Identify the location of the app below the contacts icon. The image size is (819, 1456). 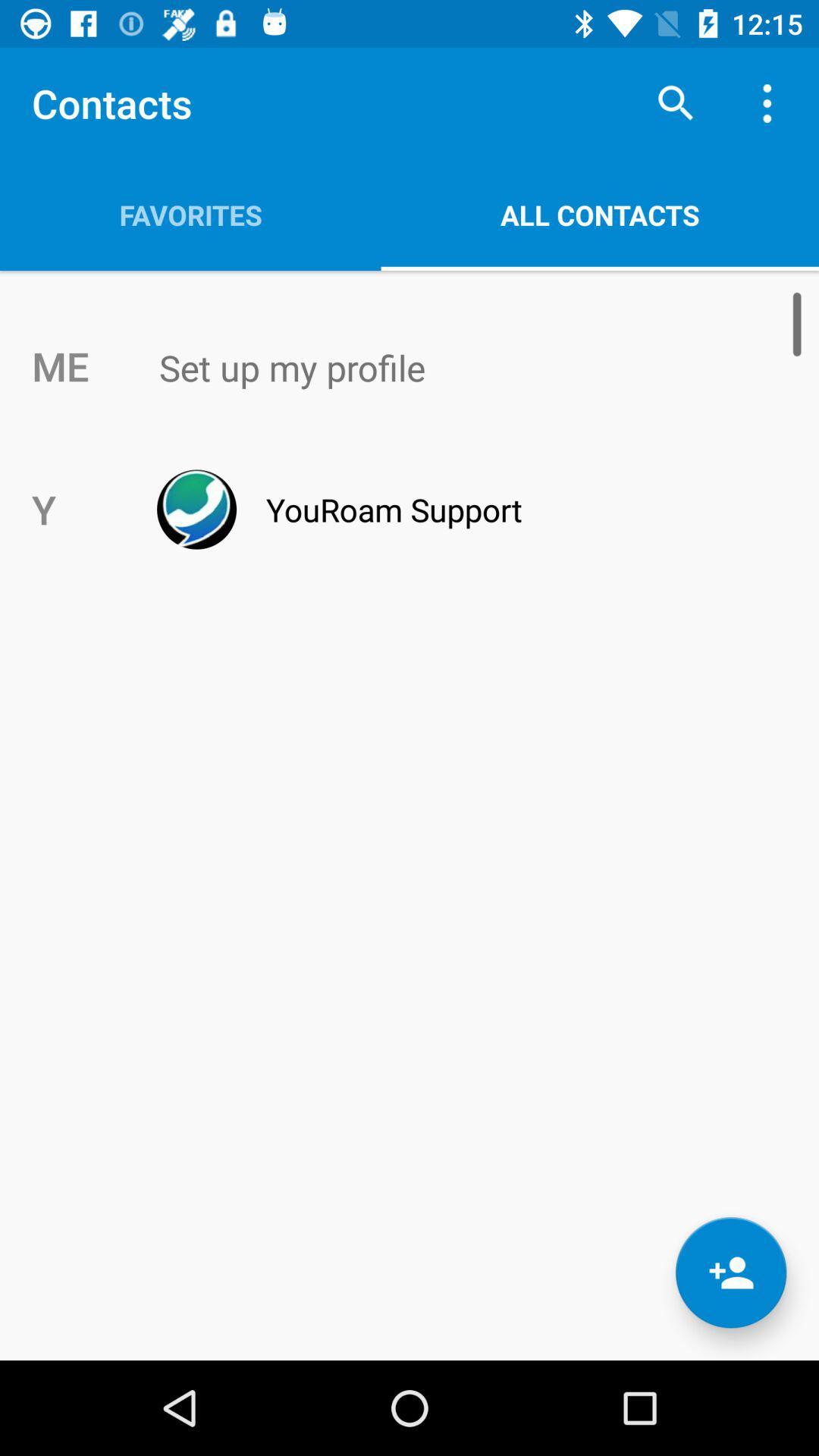
(190, 214).